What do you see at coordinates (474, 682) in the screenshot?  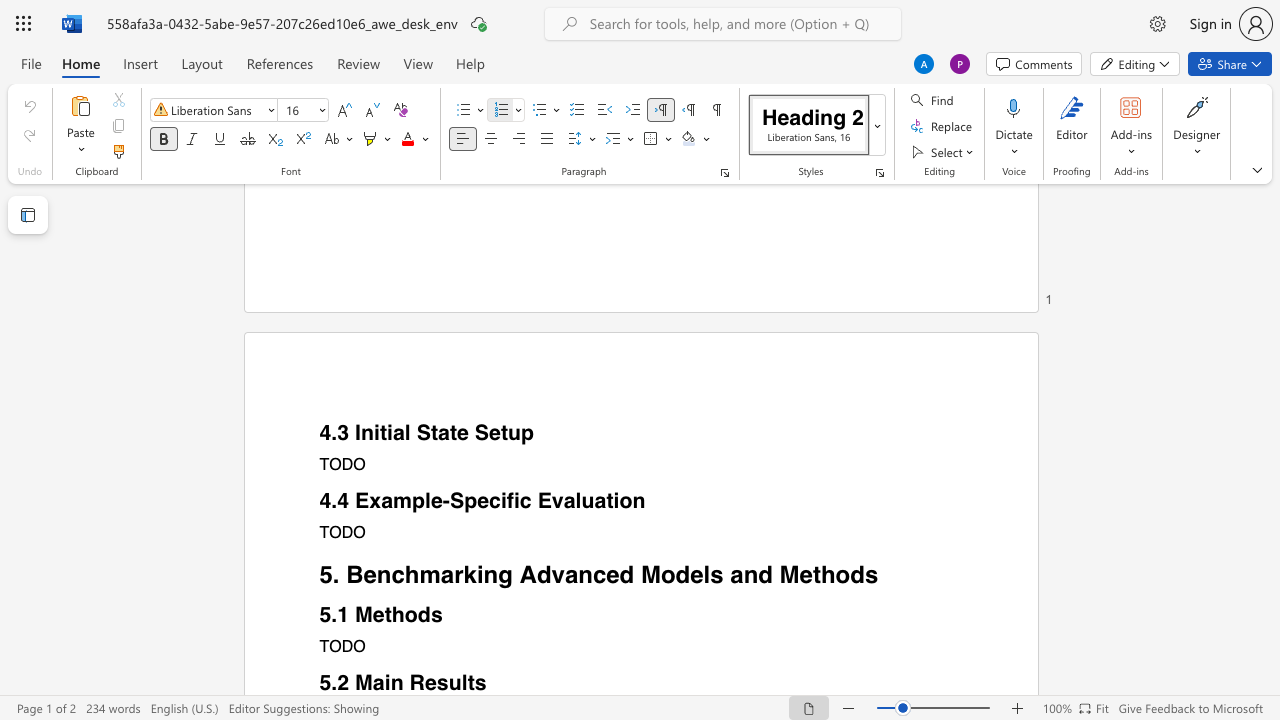 I see `the space between the continuous character "t" and "s" in the text` at bounding box center [474, 682].